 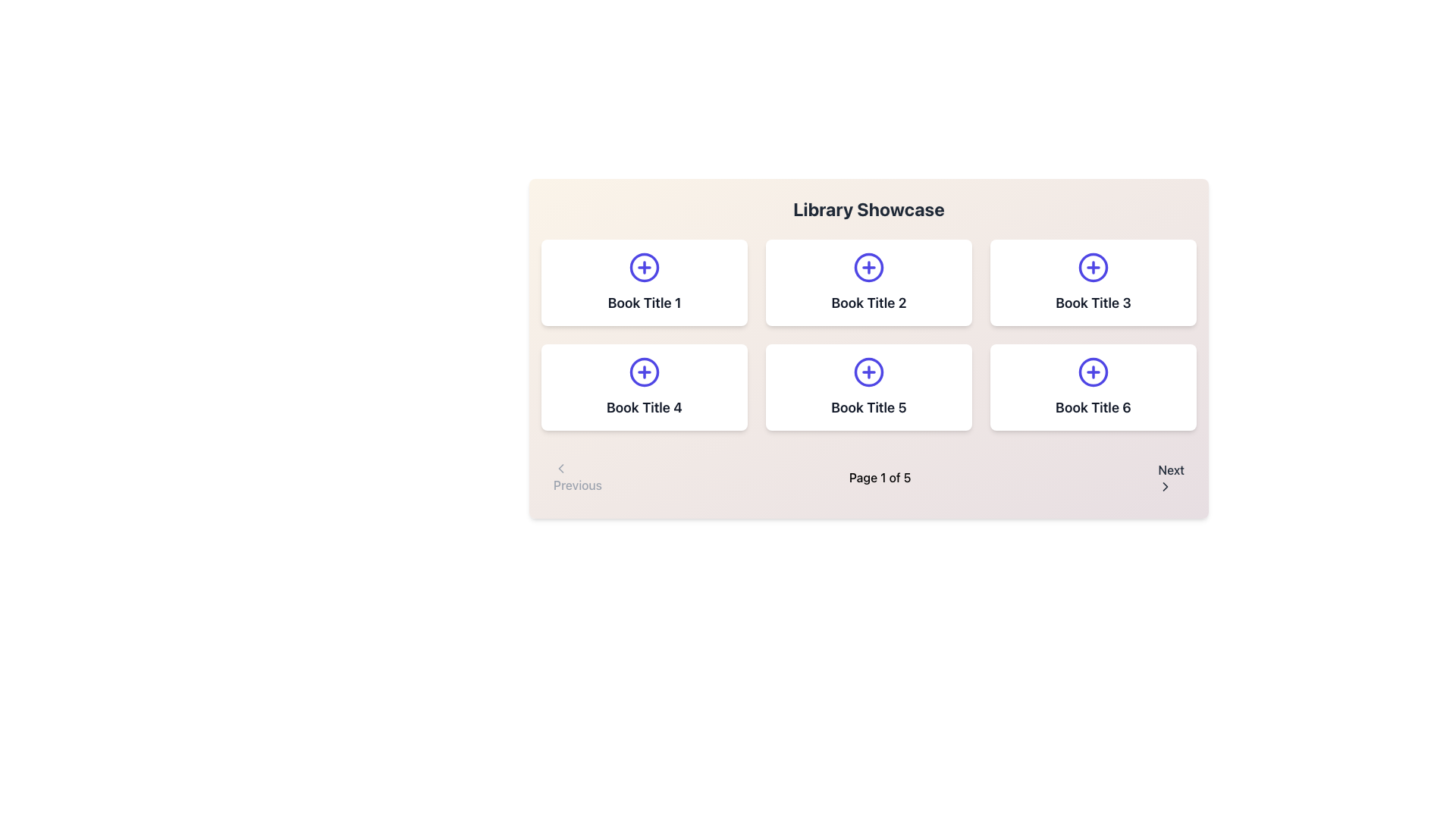 I want to click on the first Grid Item element, which is a rectangular tile with a white background, rounded corners, and a blue plus icon above the text 'Book Title 1', so click(x=644, y=283).